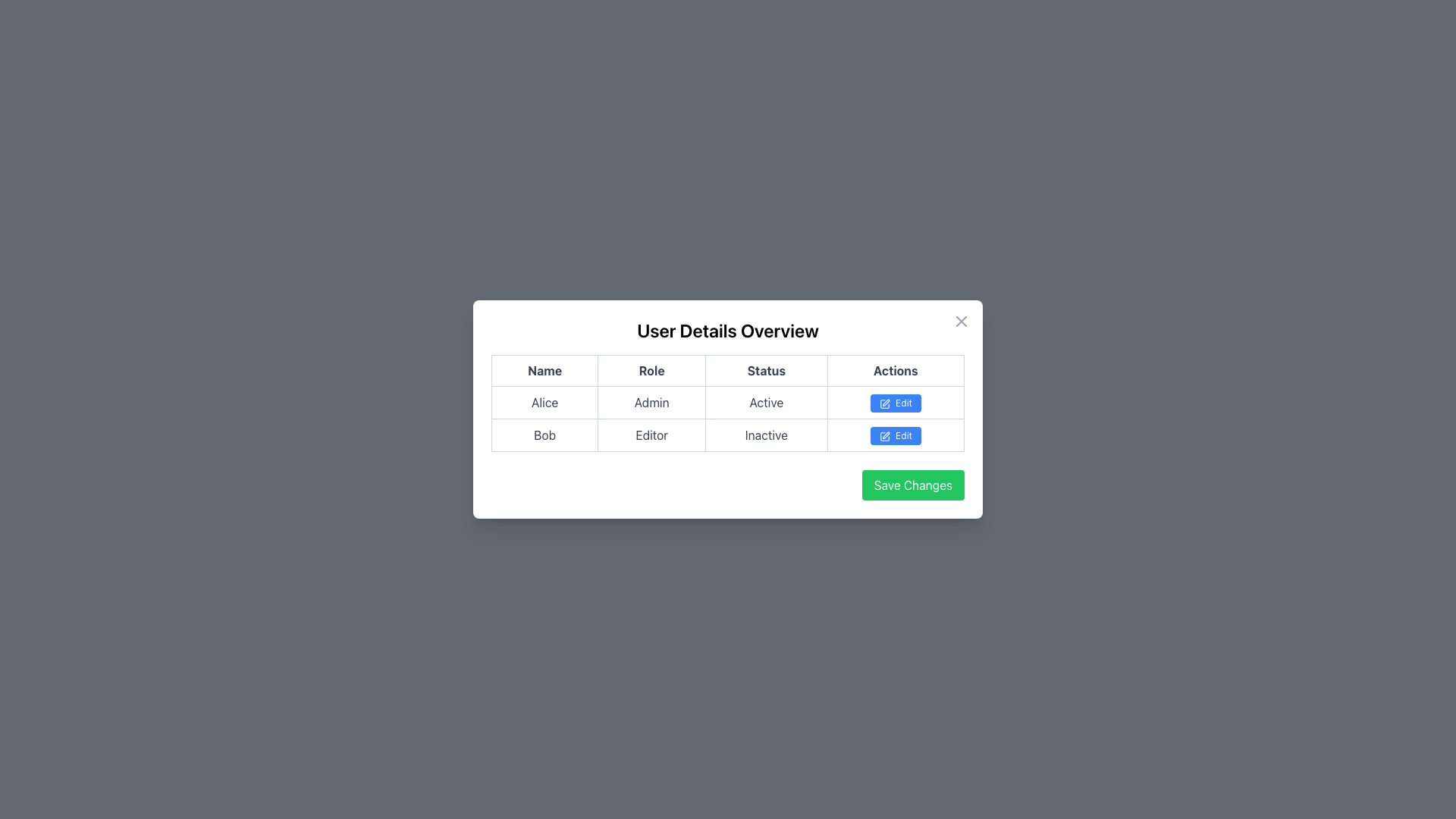 The width and height of the screenshot is (1456, 819). What do you see at coordinates (895, 402) in the screenshot?
I see `the 'Edit' button with a blue background and rounded corners located in the 'Actions' column of the table in the 'User Details Overview' section for the user 'Alice'` at bounding box center [895, 402].